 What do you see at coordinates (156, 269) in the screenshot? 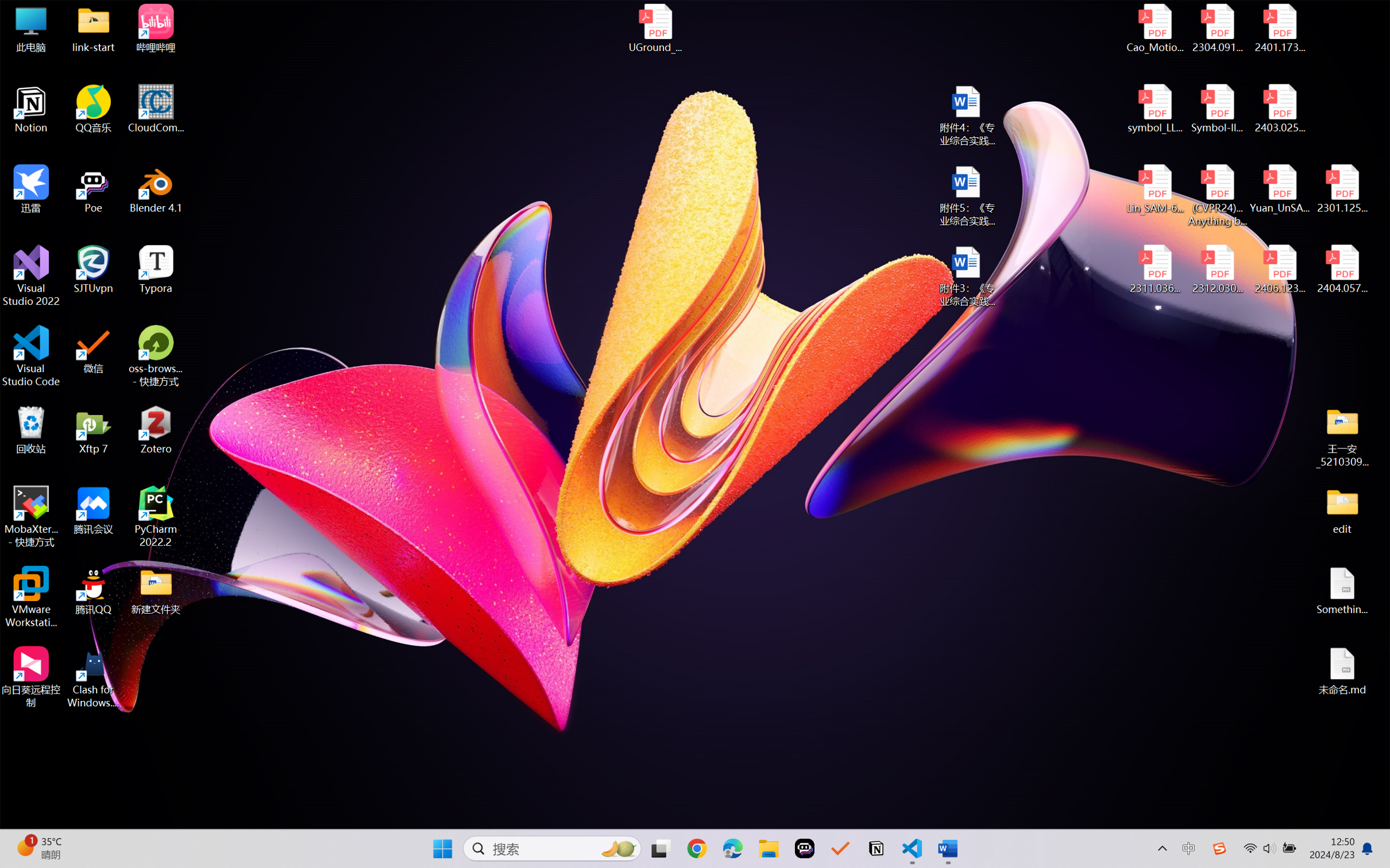
I see `'Typora'` at bounding box center [156, 269].